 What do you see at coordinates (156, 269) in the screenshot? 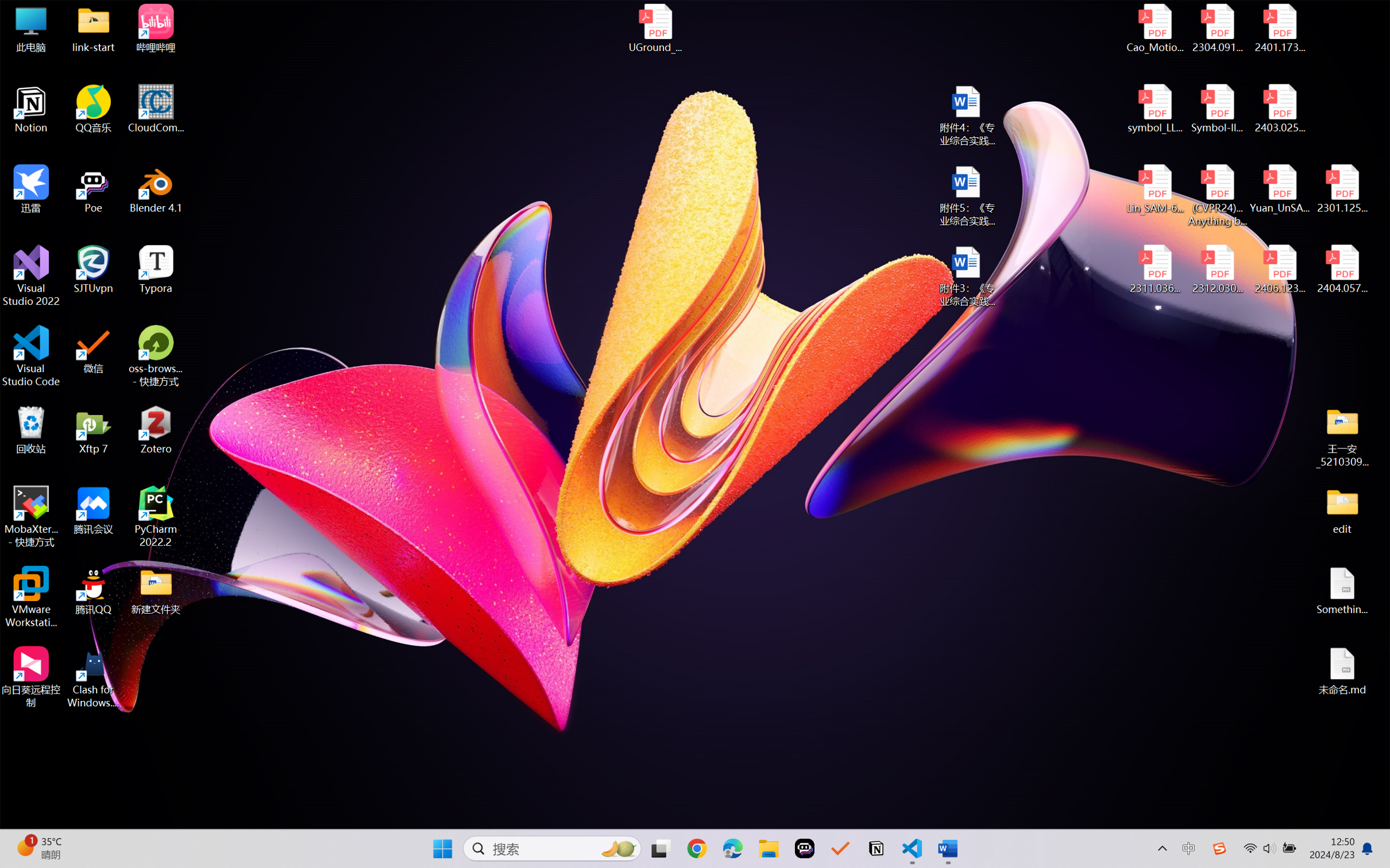
I see `'Typora'` at bounding box center [156, 269].